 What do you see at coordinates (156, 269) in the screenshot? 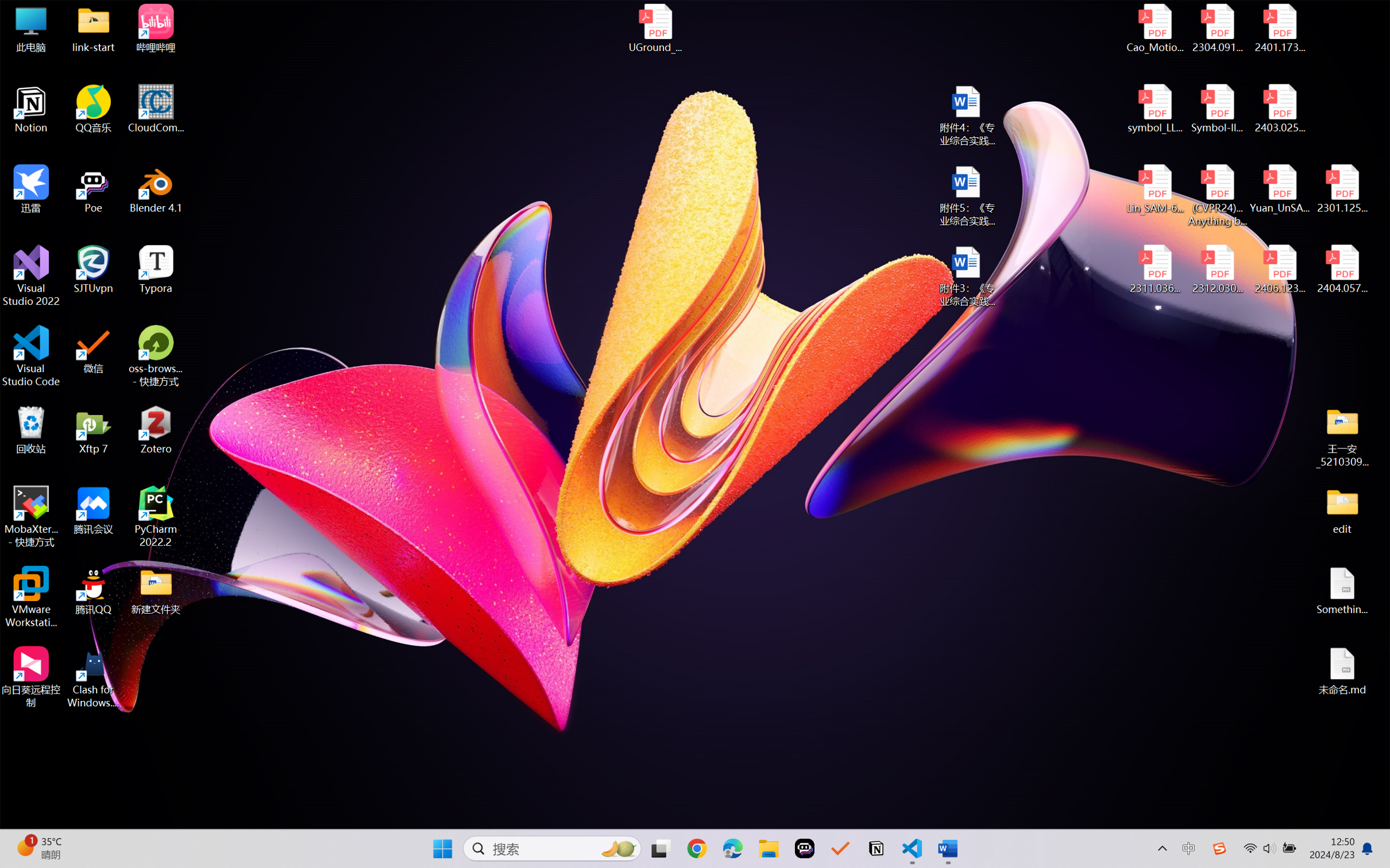
I see `'Typora'` at bounding box center [156, 269].